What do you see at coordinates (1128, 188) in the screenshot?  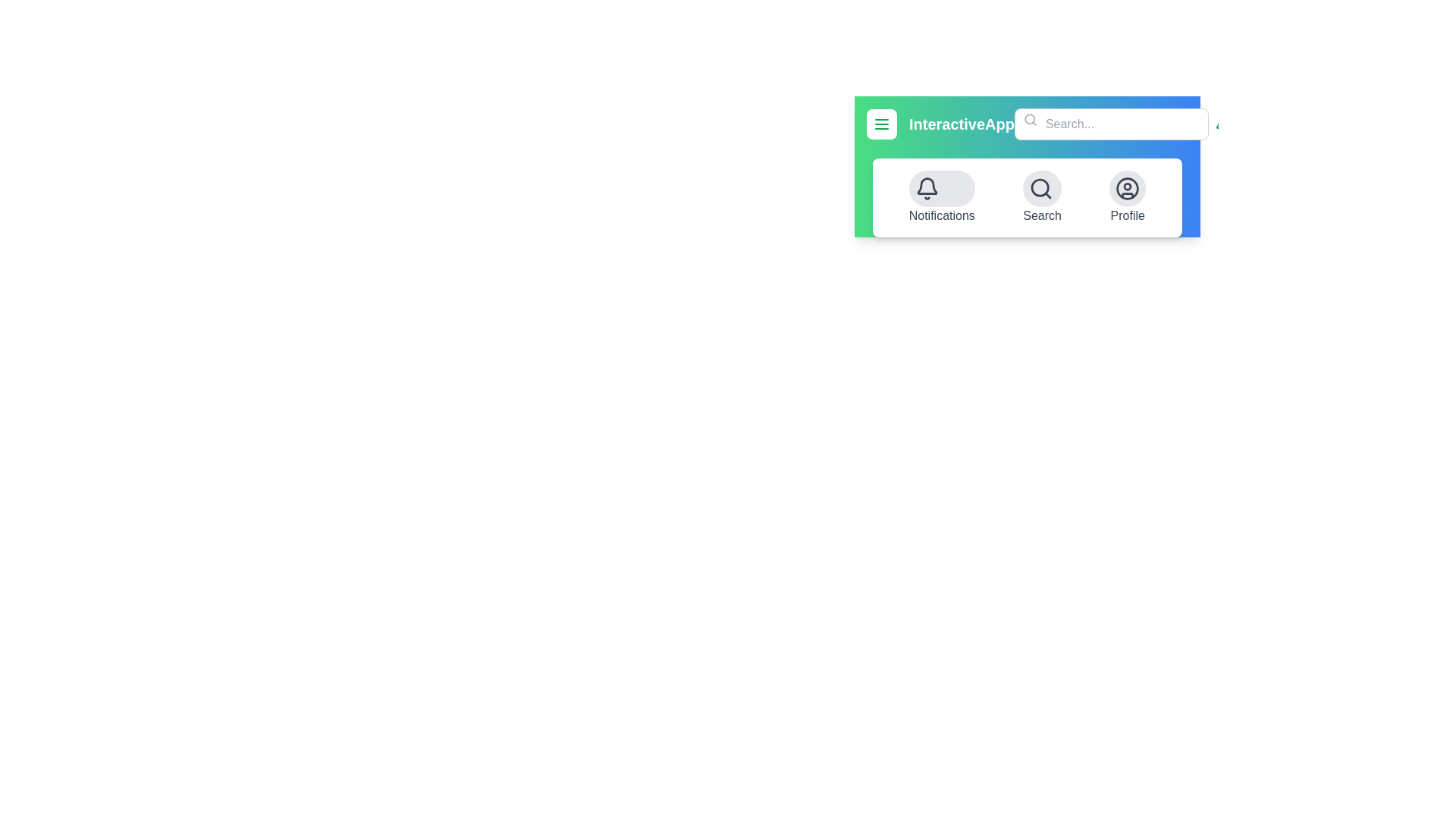 I see `the Profile button` at bounding box center [1128, 188].